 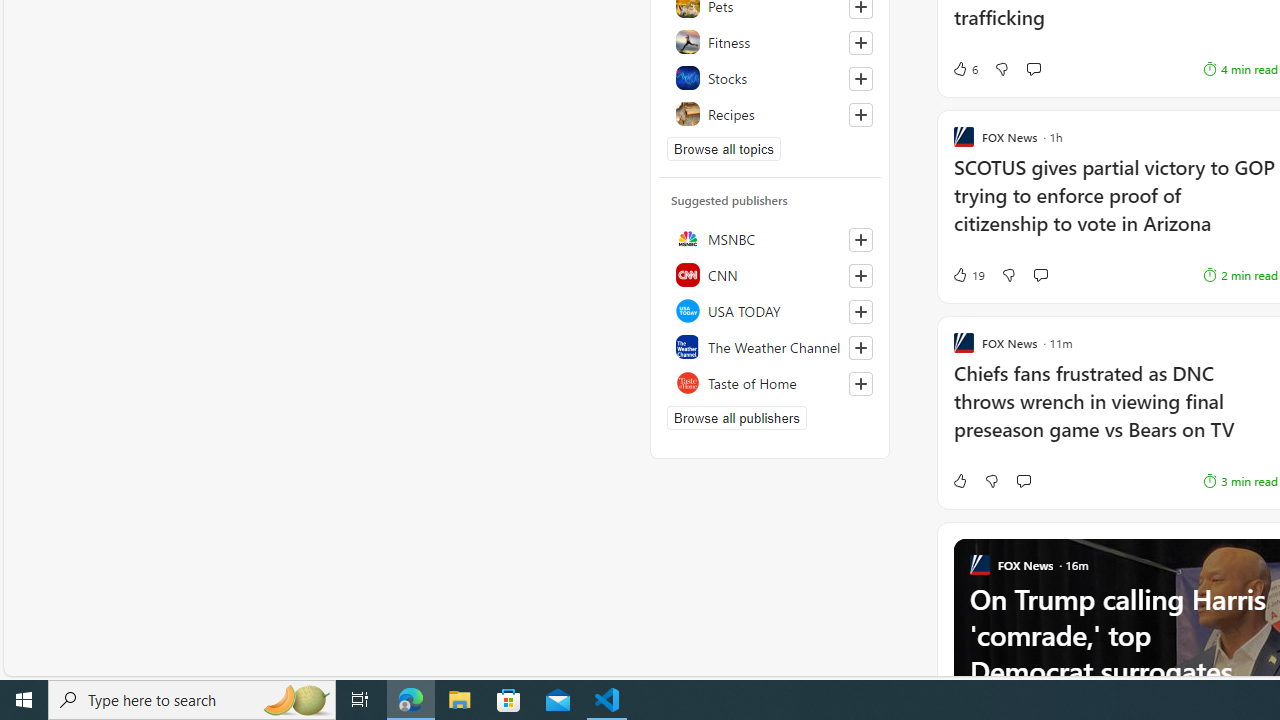 What do you see at coordinates (860, 384) in the screenshot?
I see `'Follow this source'` at bounding box center [860, 384].